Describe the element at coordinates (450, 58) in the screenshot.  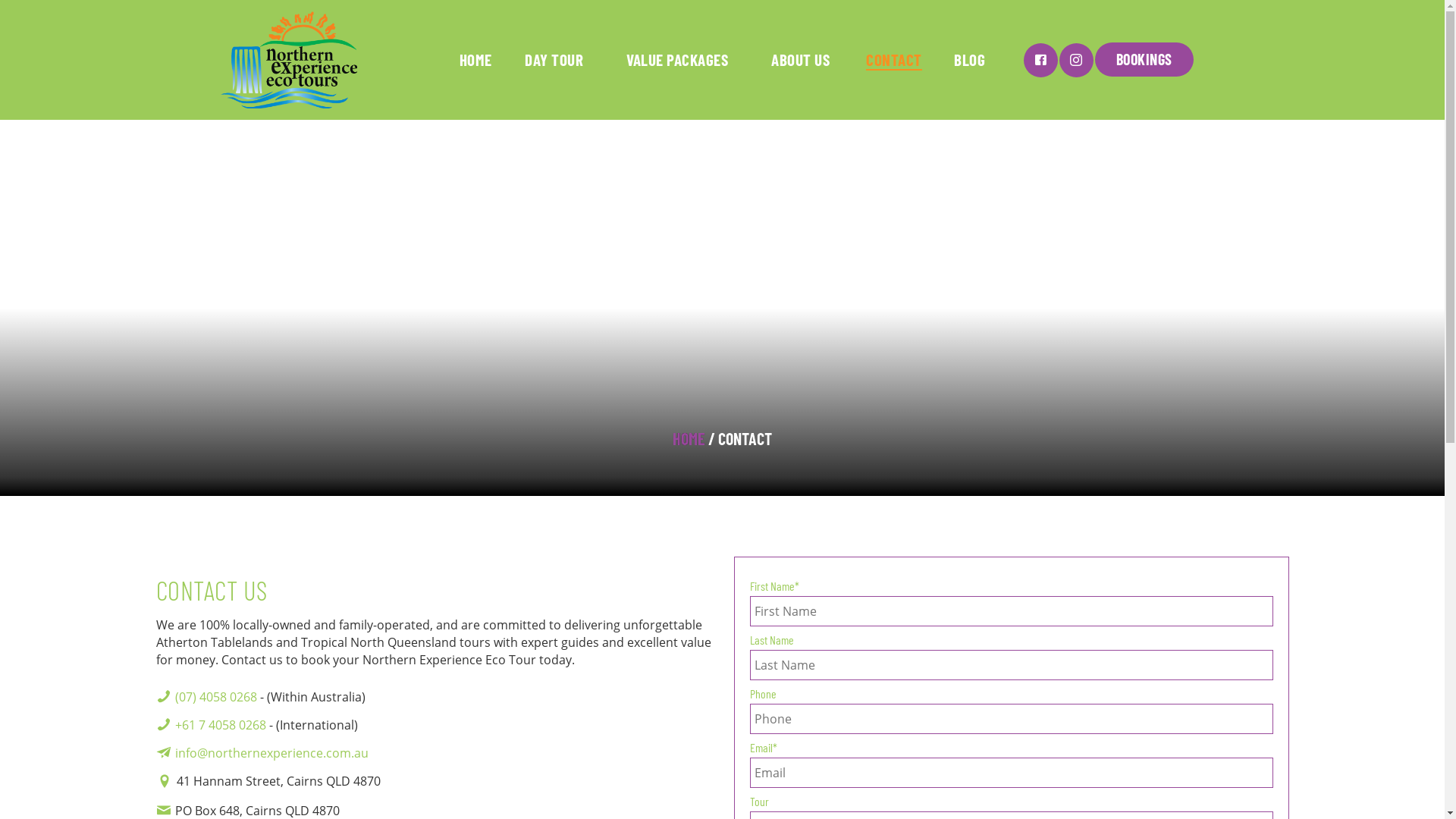
I see `'HOME'` at that location.